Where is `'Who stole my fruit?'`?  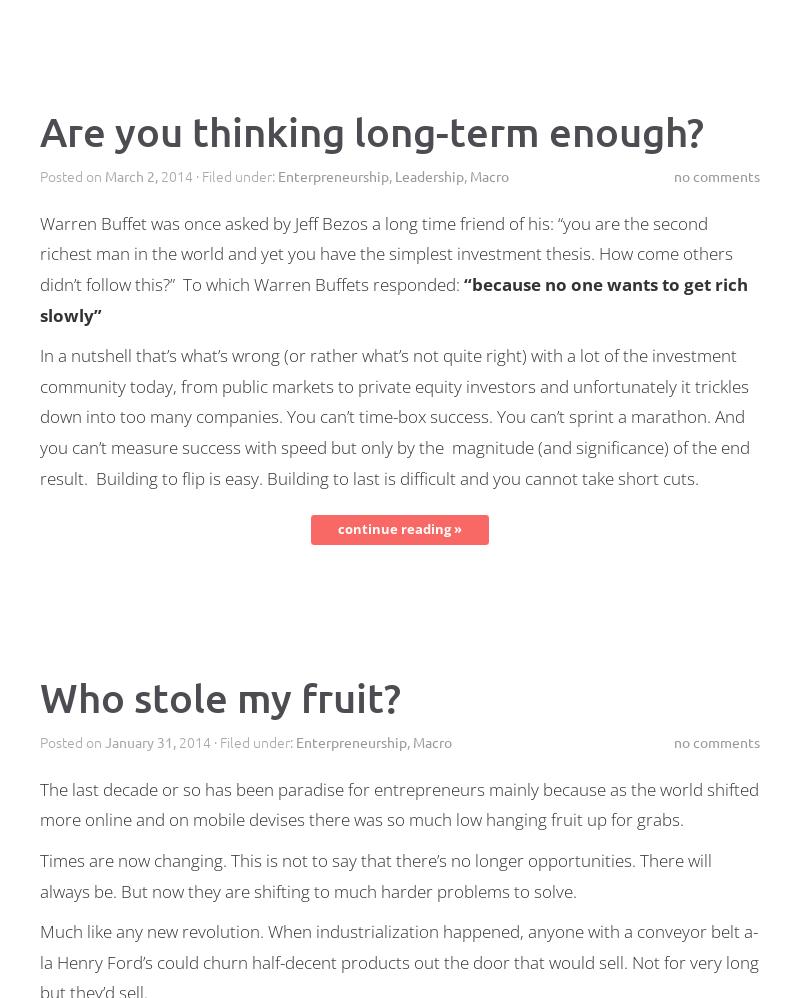 'Who stole my fruit?' is located at coordinates (220, 695).